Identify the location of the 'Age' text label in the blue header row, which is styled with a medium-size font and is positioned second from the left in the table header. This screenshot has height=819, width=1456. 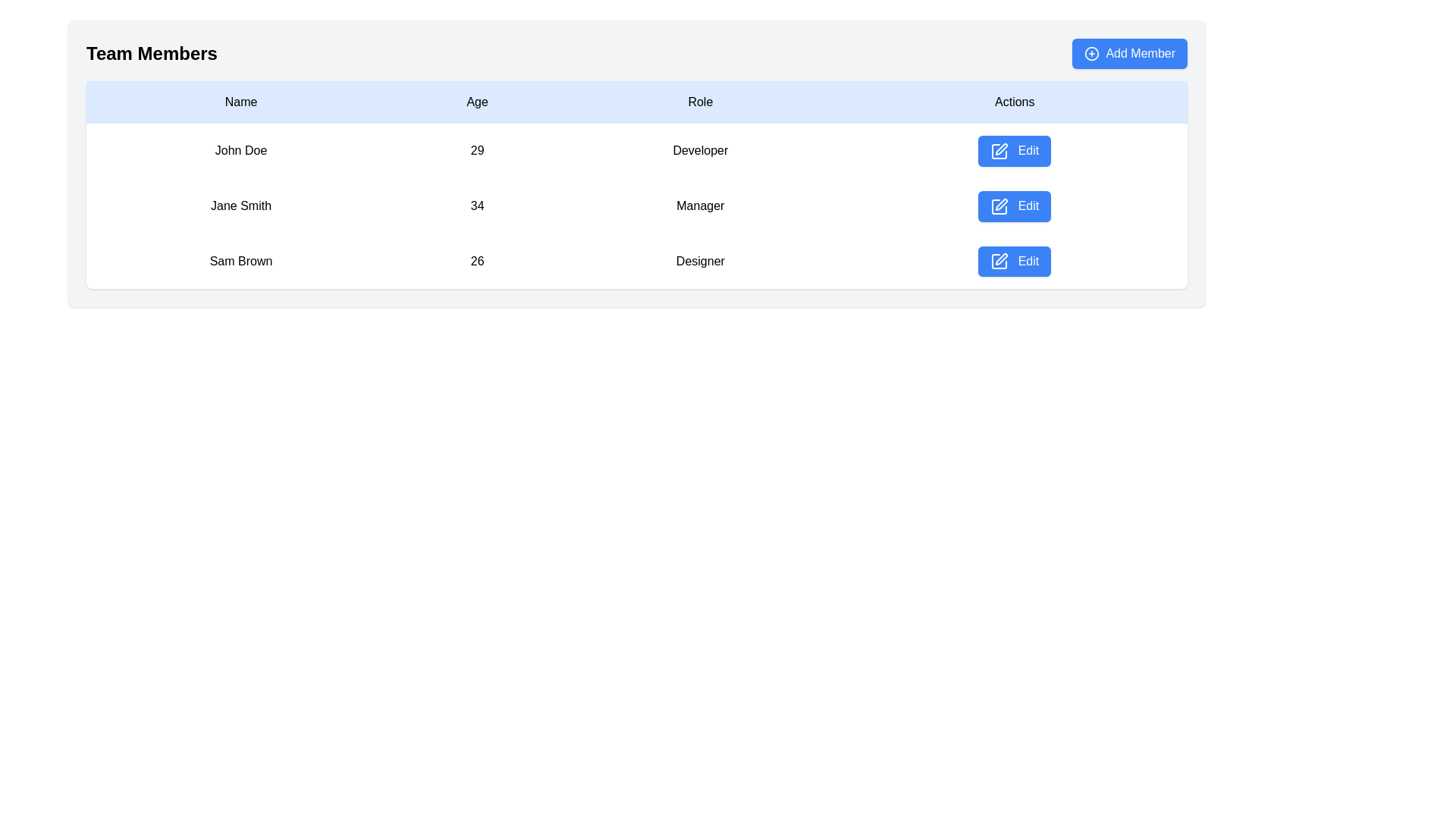
(476, 102).